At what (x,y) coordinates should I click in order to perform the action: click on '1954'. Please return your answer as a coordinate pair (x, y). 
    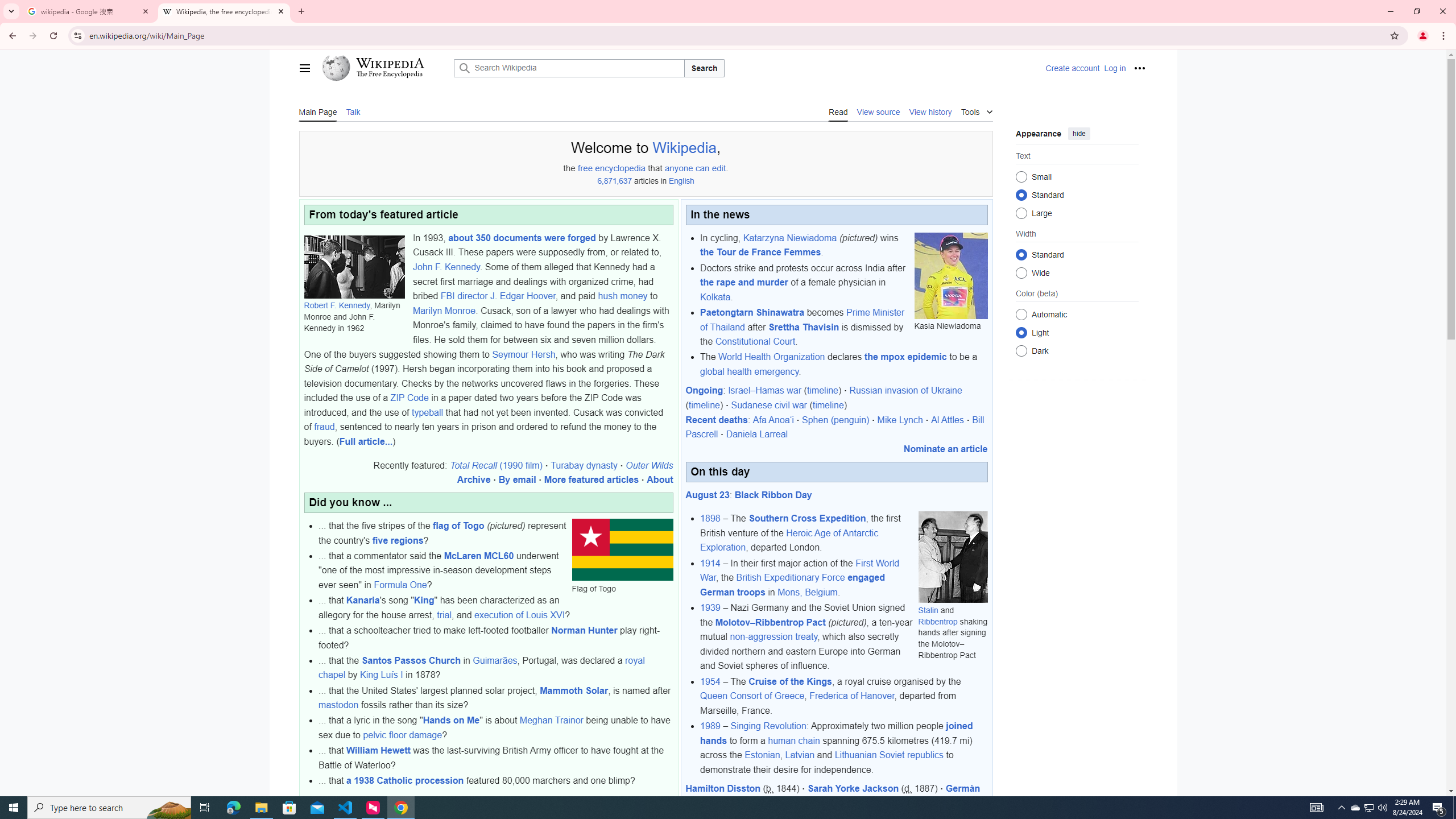
    Looking at the image, I should click on (710, 681).